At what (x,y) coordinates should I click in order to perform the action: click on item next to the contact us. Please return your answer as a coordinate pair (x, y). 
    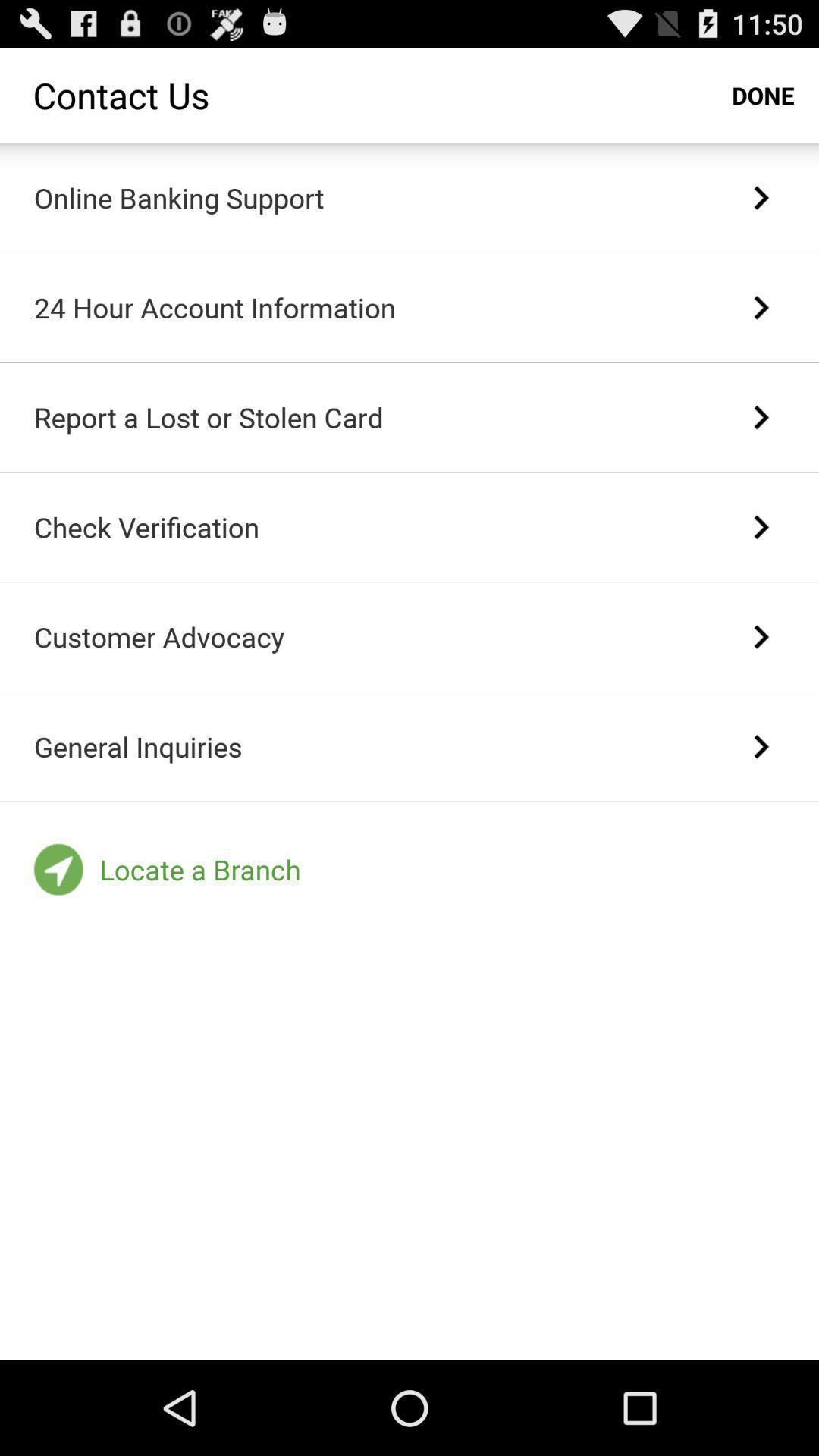
    Looking at the image, I should click on (763, 94).